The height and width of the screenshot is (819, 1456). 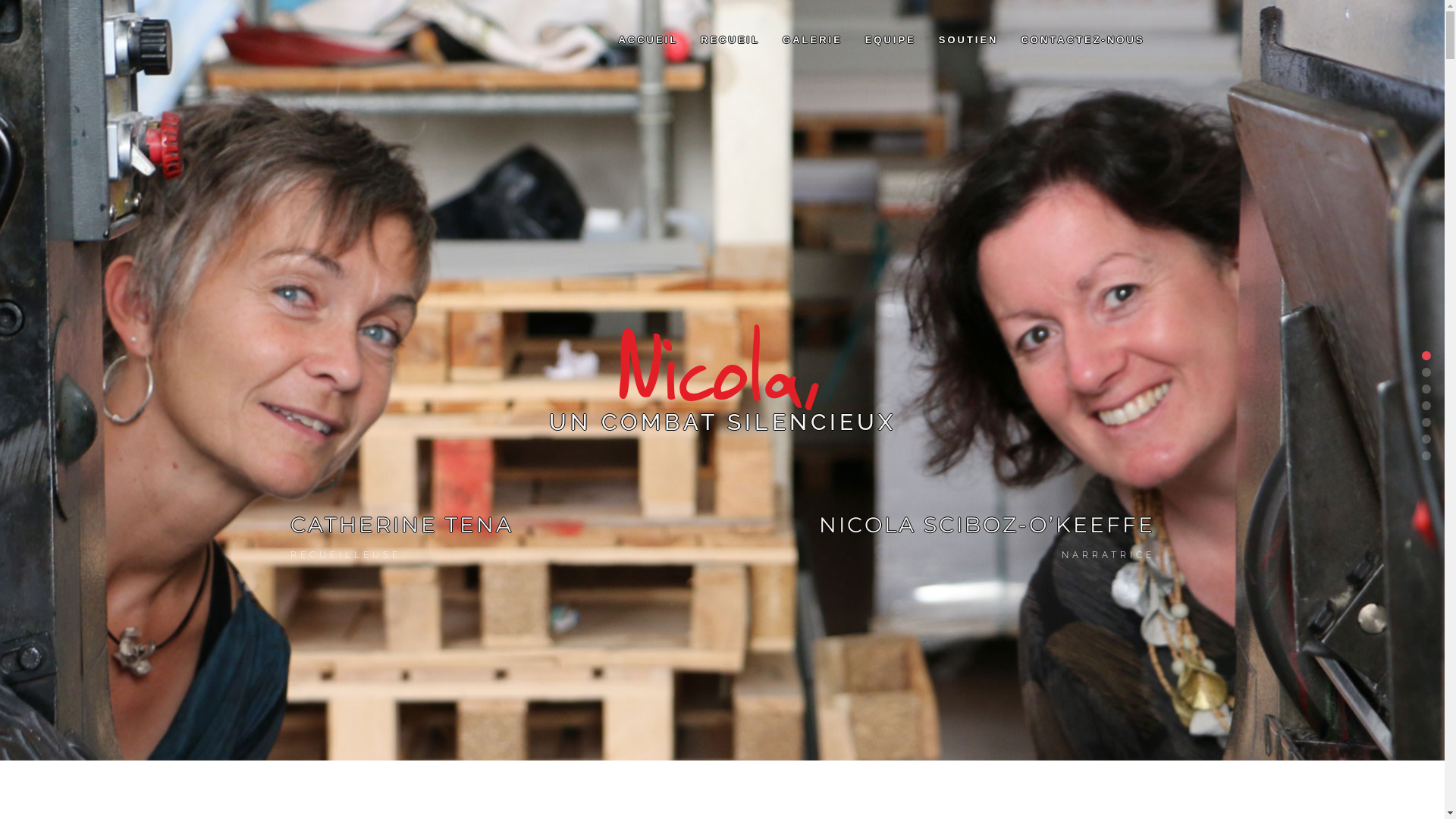 What do you see at coordinates (1081, 39) in the screenshot?
I see `'CONTACTEZ-NOUS'` at bounding box center [1081, 39].